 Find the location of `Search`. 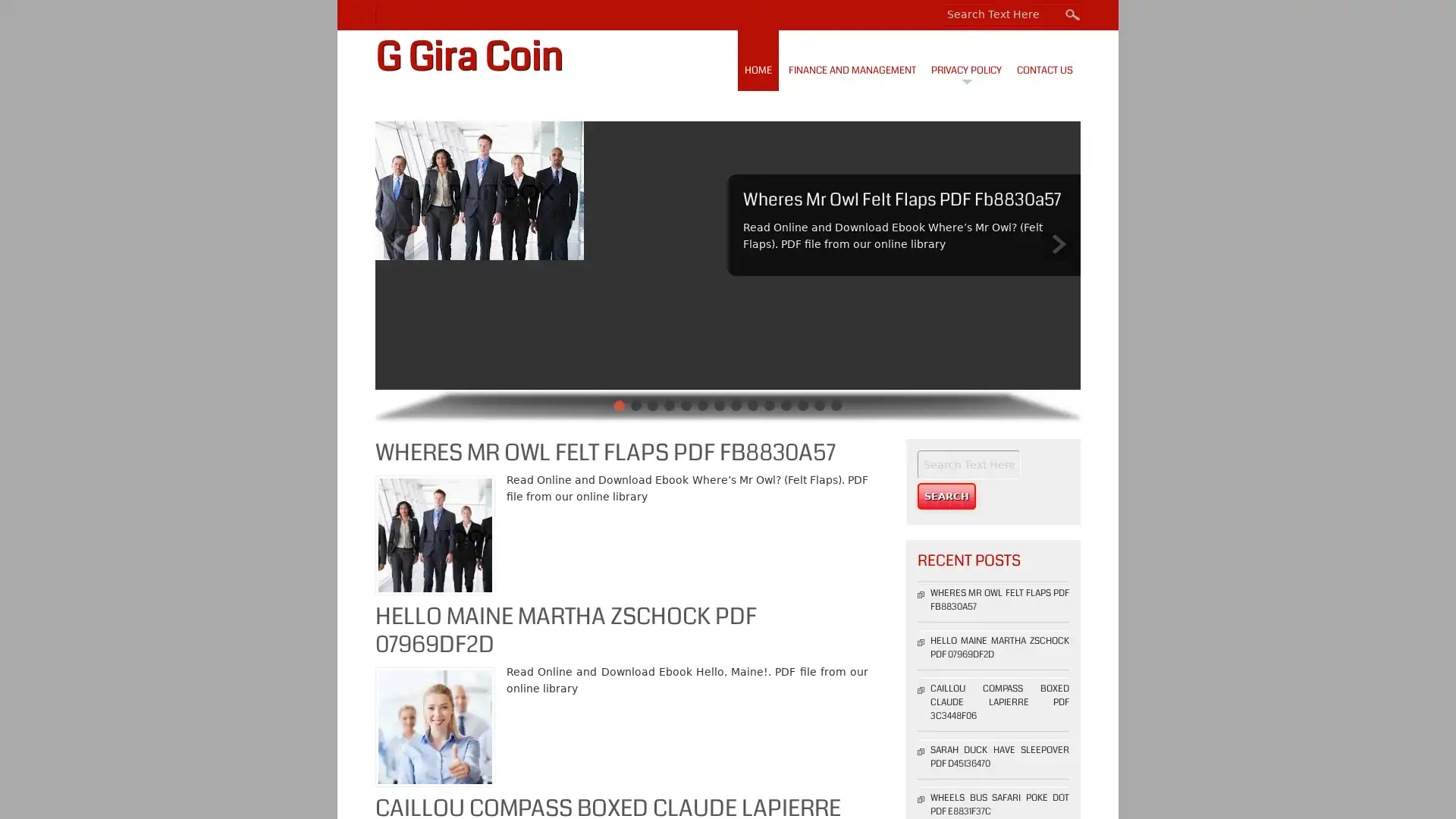

Search is located at coordinates (946, 496).